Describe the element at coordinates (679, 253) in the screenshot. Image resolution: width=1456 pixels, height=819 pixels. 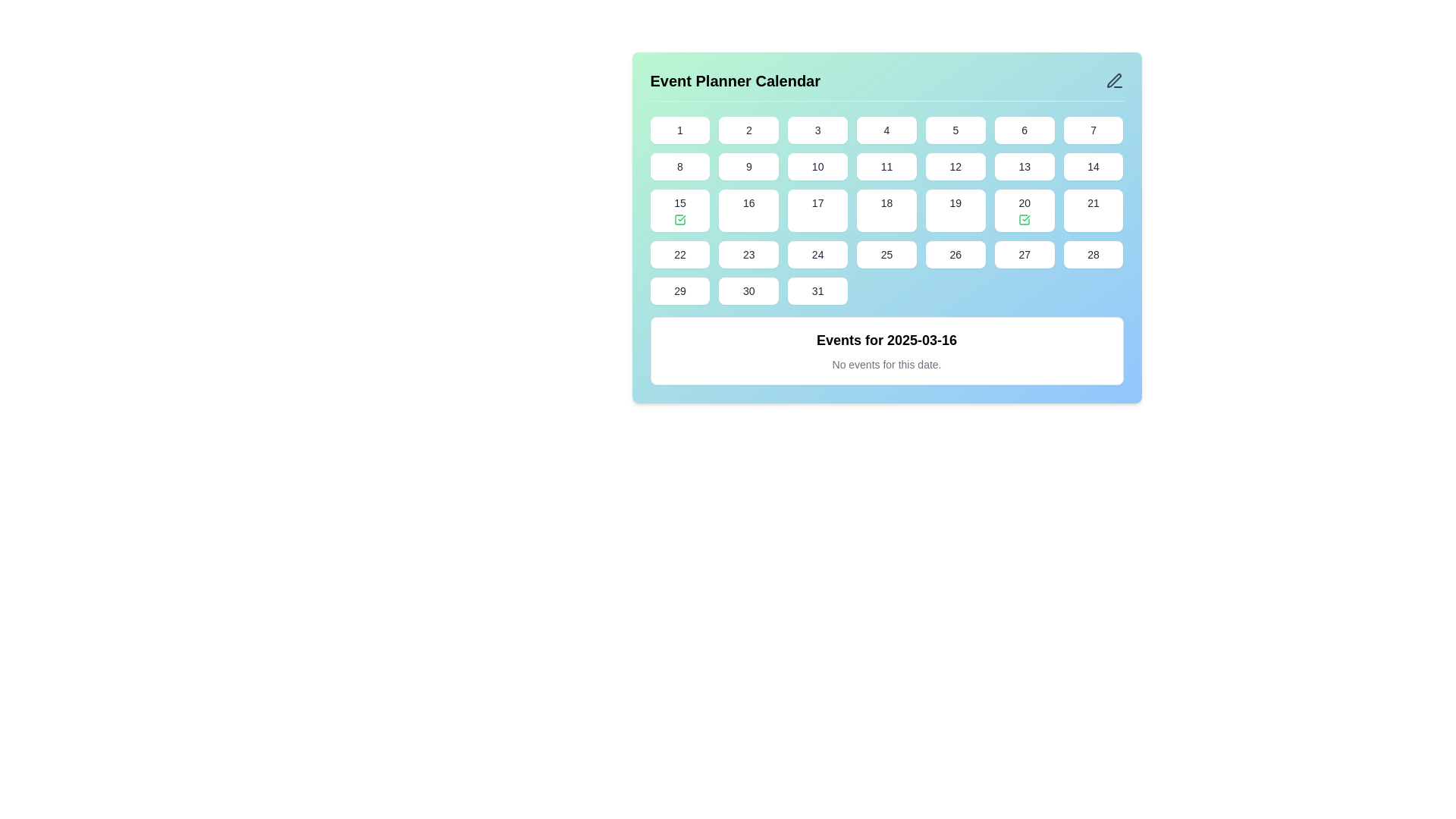
I see `the rectangular button labeled '22' in the calendar layout` at that location.